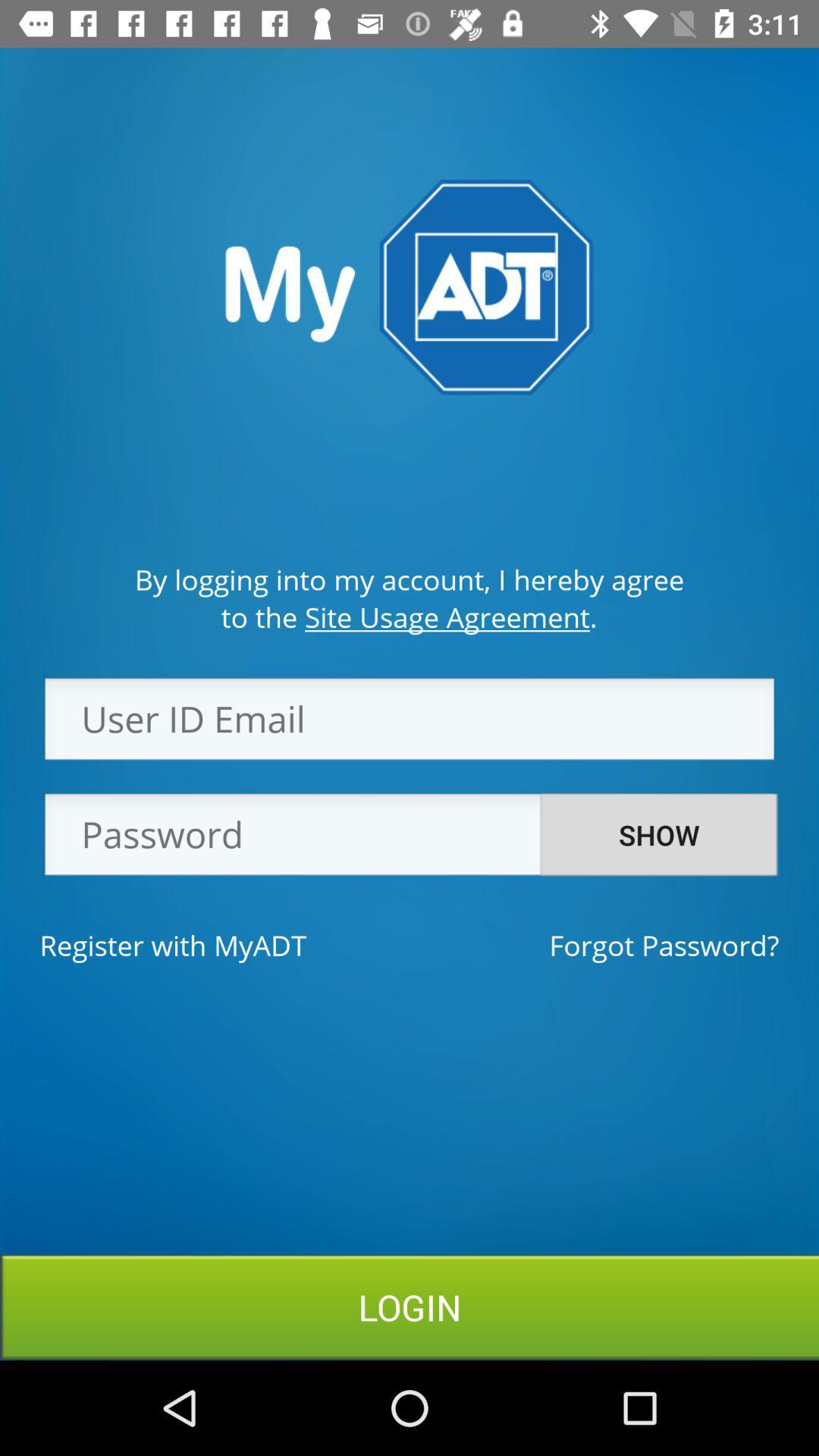  What do you see at coordinates (172, 944) in the screenshot?
I see `the item next to the forgot password?` at bounding box center [172, 944].